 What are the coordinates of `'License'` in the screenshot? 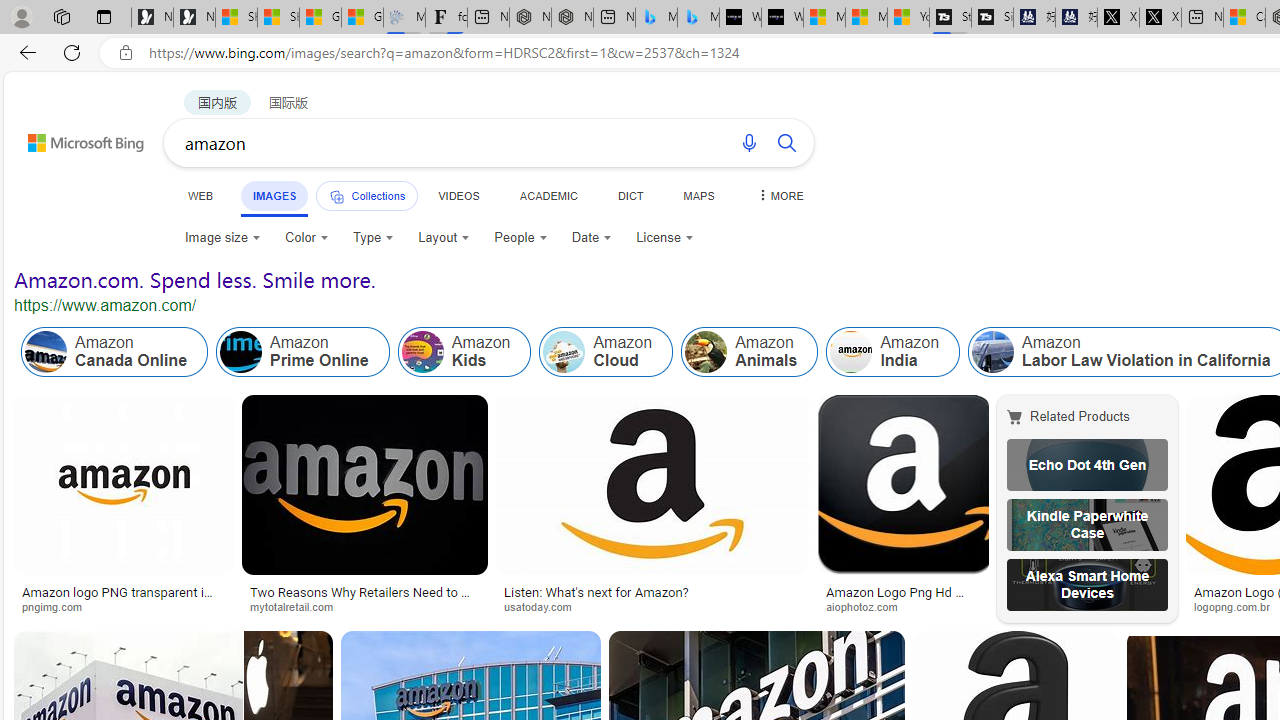 It's located at (664, 236).